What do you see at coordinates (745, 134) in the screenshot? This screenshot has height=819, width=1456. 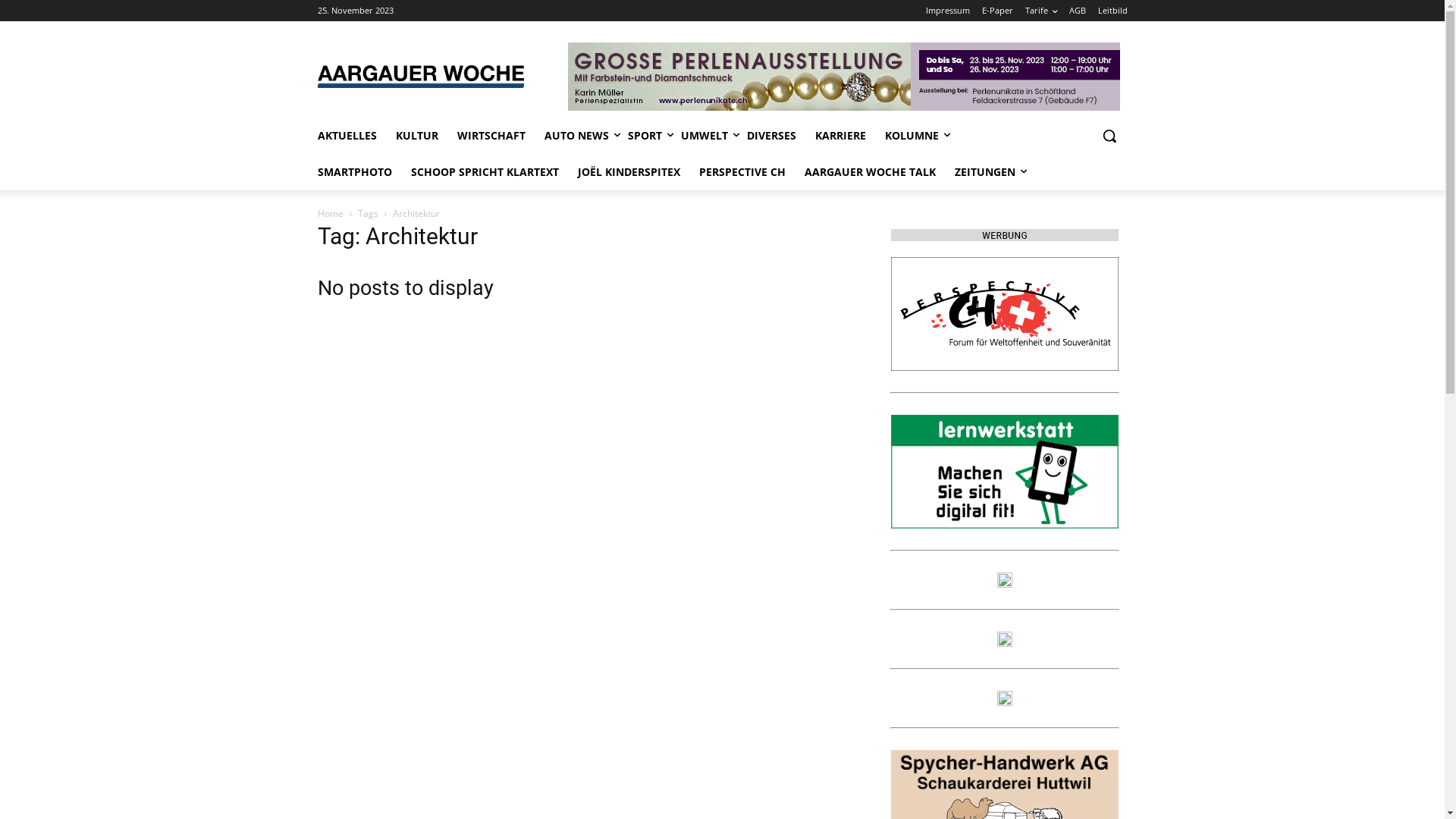 I see `'DIVERSES'` at bounding box center [745, 134].